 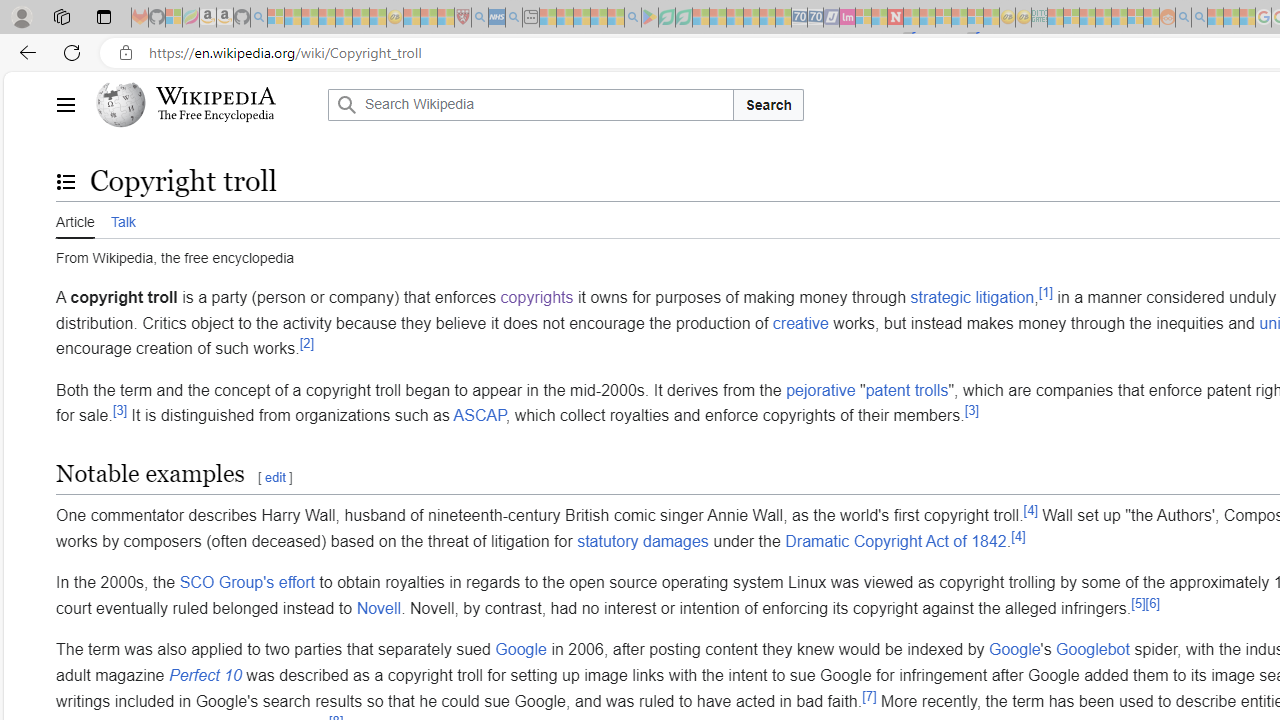 I want to click on 'Search Wikipedia', so click(x=531, y=105).